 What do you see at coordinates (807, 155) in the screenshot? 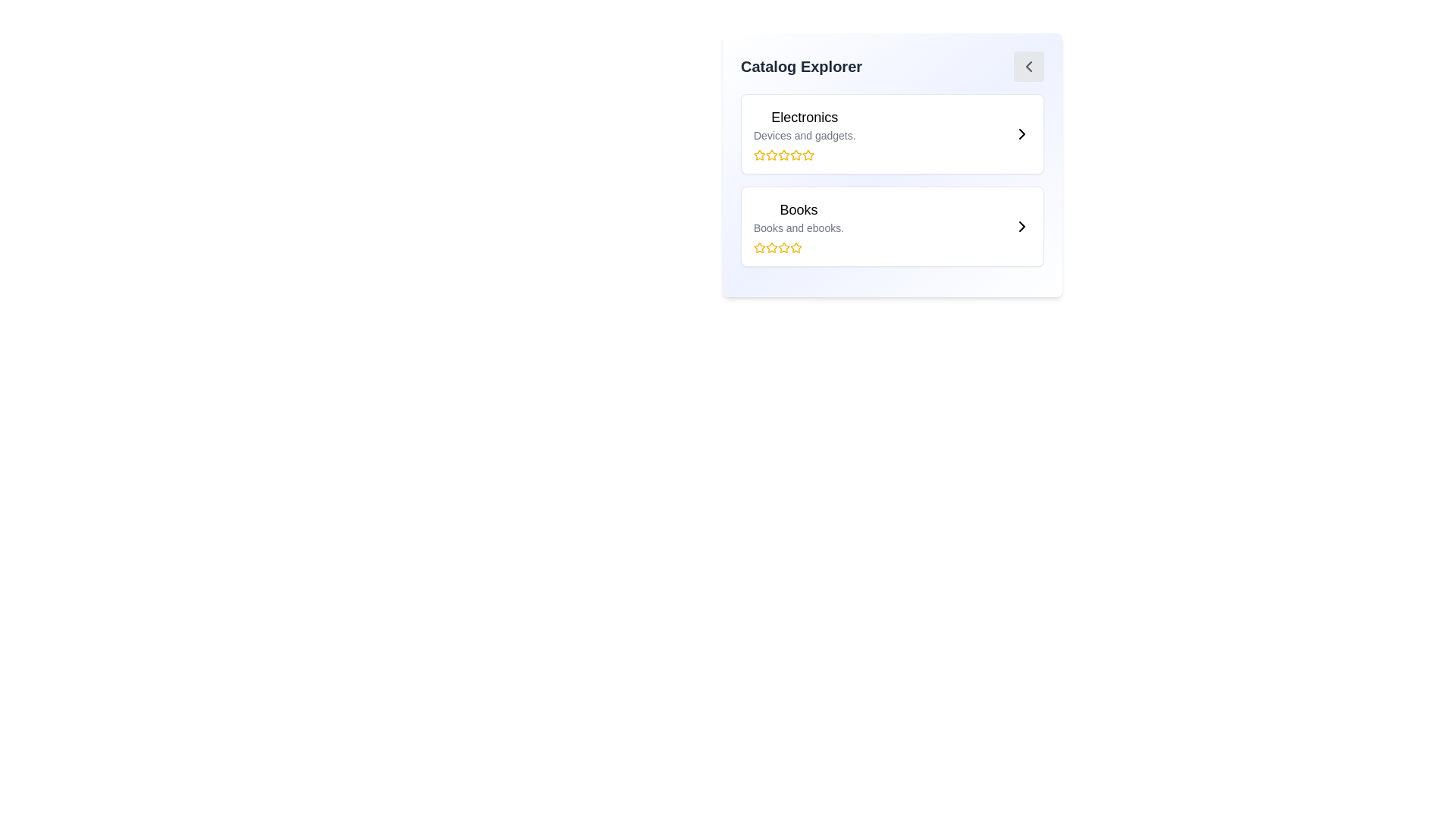
I see `the fourth Rating Star Icon in the row of stars below the text 'Electronics' and 'Devices and gadgets.'` at bounding box center [807, 155].